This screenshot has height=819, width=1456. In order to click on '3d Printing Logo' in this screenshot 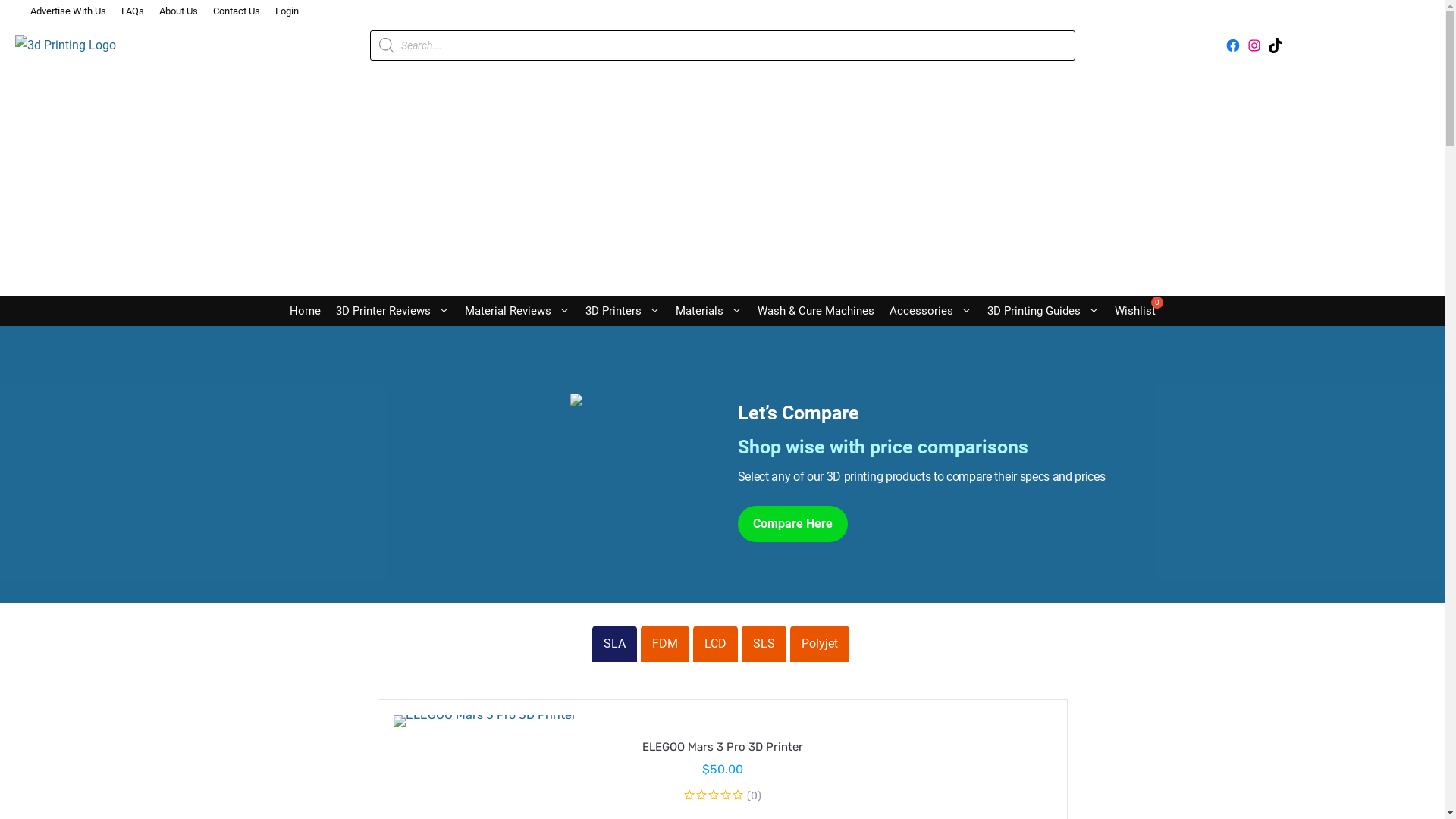, I will do `click(64, 45)`.